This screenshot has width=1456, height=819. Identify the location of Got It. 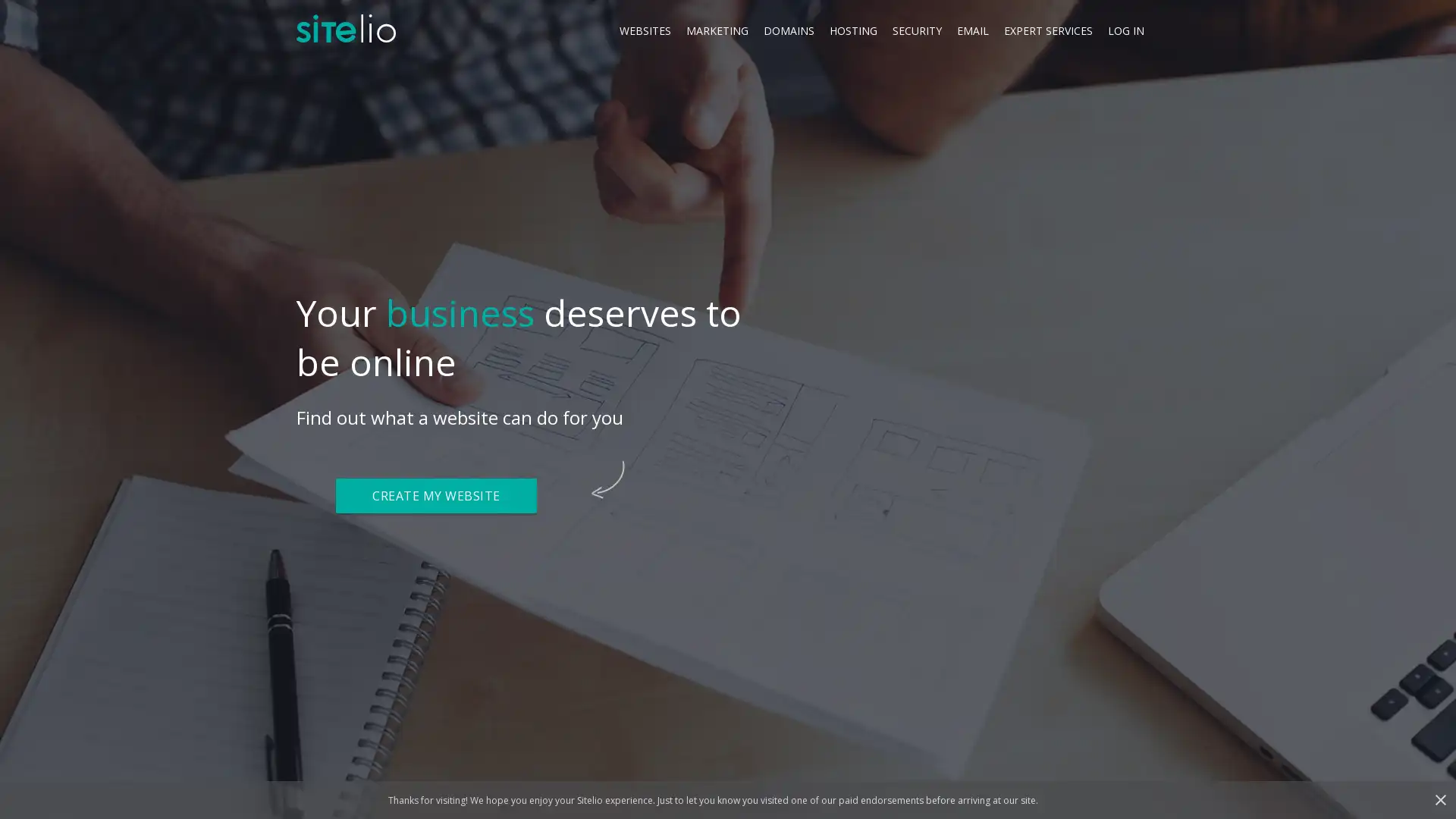
(154, 719).